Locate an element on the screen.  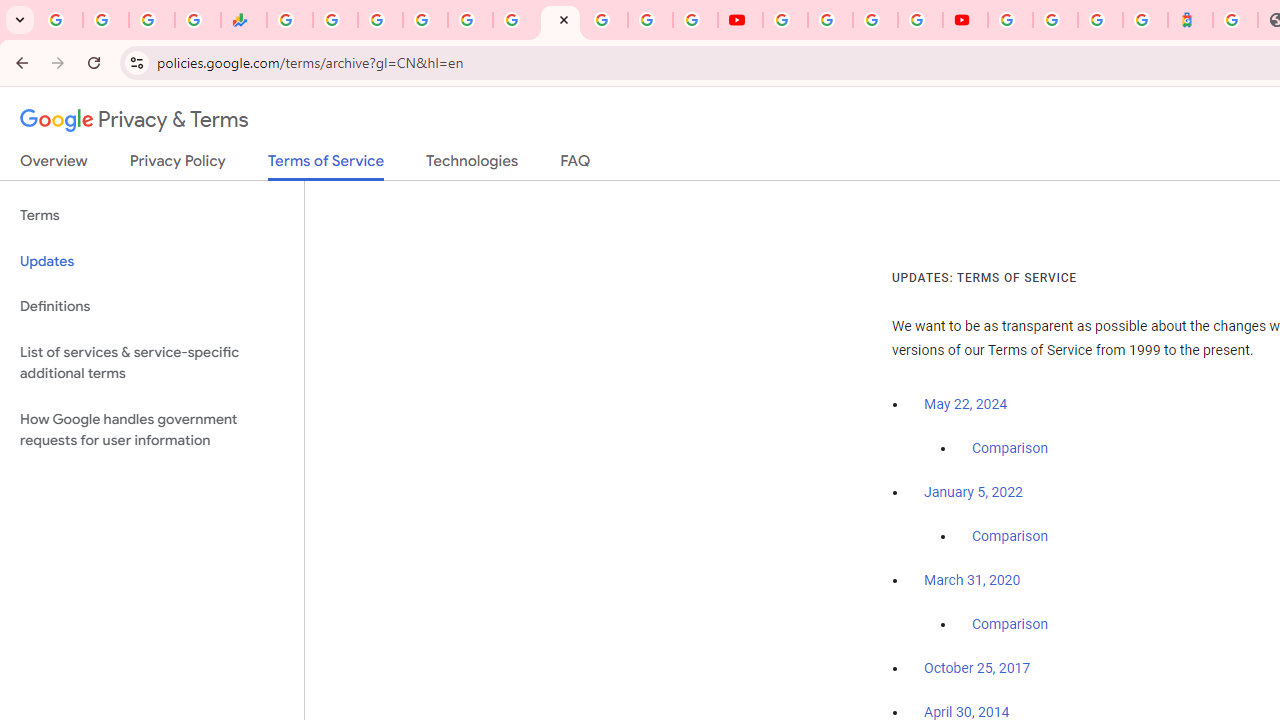
'Sign in - Google Accounts' is located at coordinates (1054, 20).